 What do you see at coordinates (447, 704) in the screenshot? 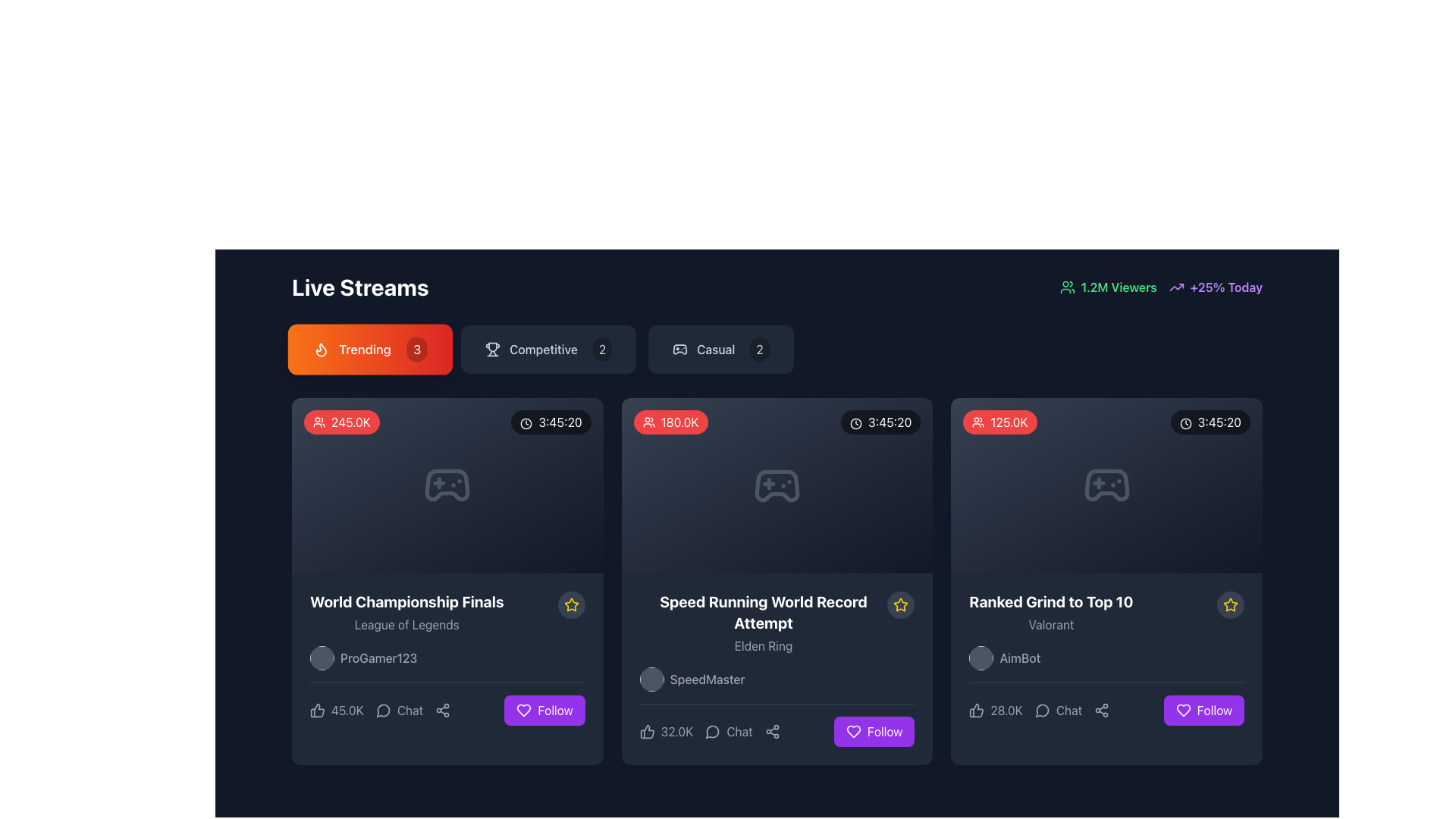
I see `the share icon in the interactive menu bar at the bottom of the 'World Championship Finals' card to share the content` at bounding box center [447, 704].